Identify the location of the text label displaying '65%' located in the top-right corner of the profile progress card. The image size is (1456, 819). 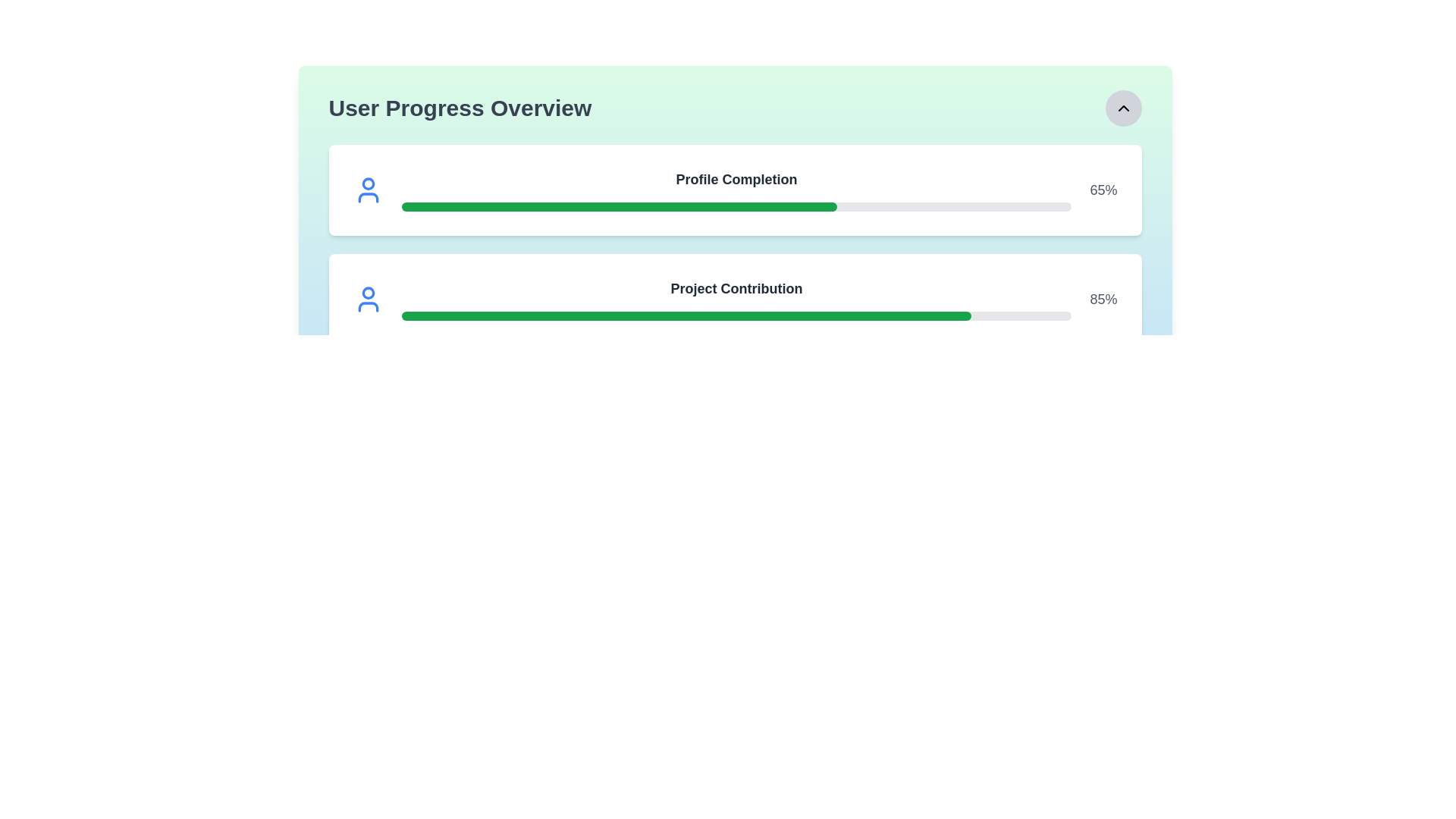
(1103, 189).